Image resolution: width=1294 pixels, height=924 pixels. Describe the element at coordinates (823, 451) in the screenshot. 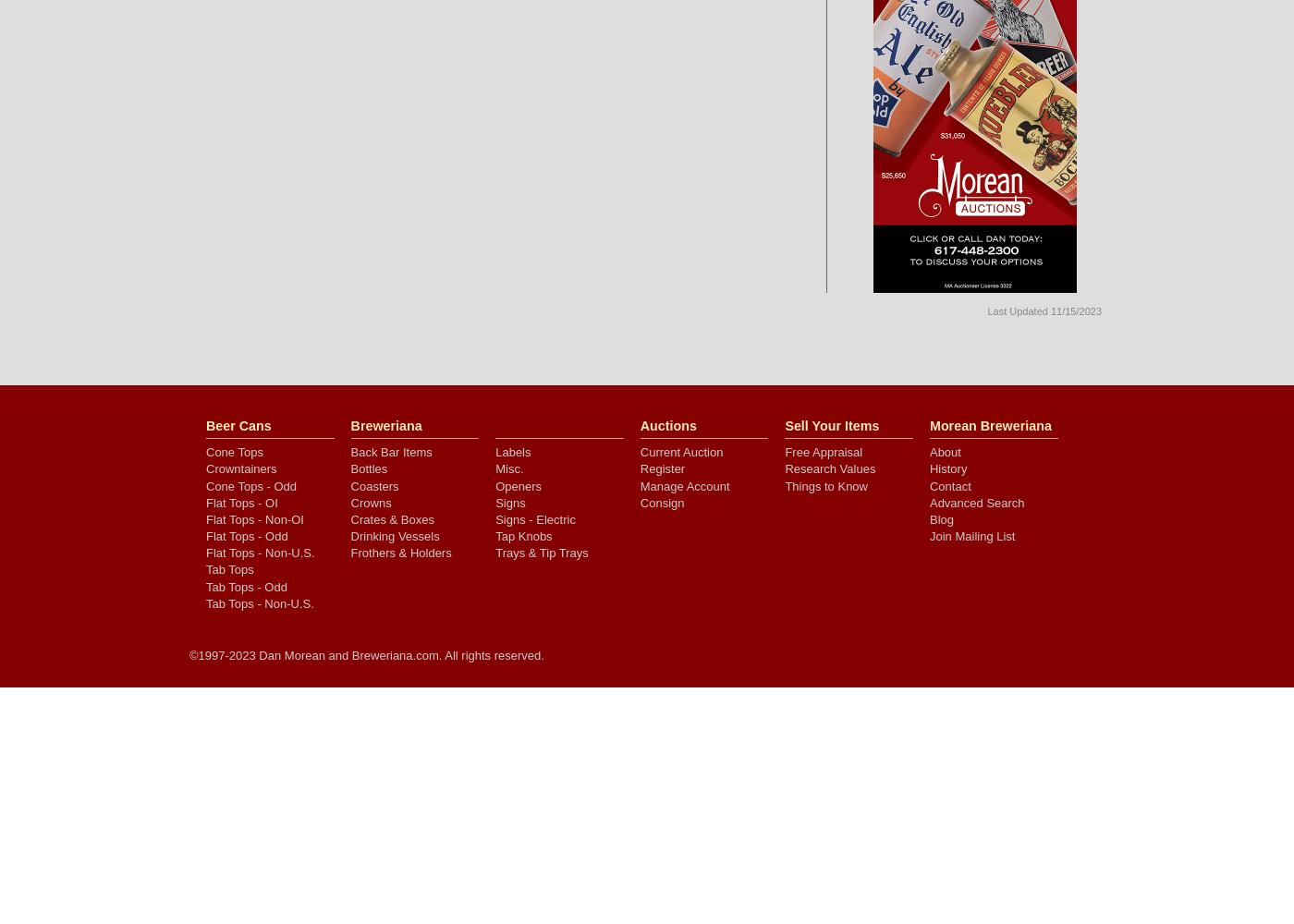

I see `'Free Appraisal'` at that location.